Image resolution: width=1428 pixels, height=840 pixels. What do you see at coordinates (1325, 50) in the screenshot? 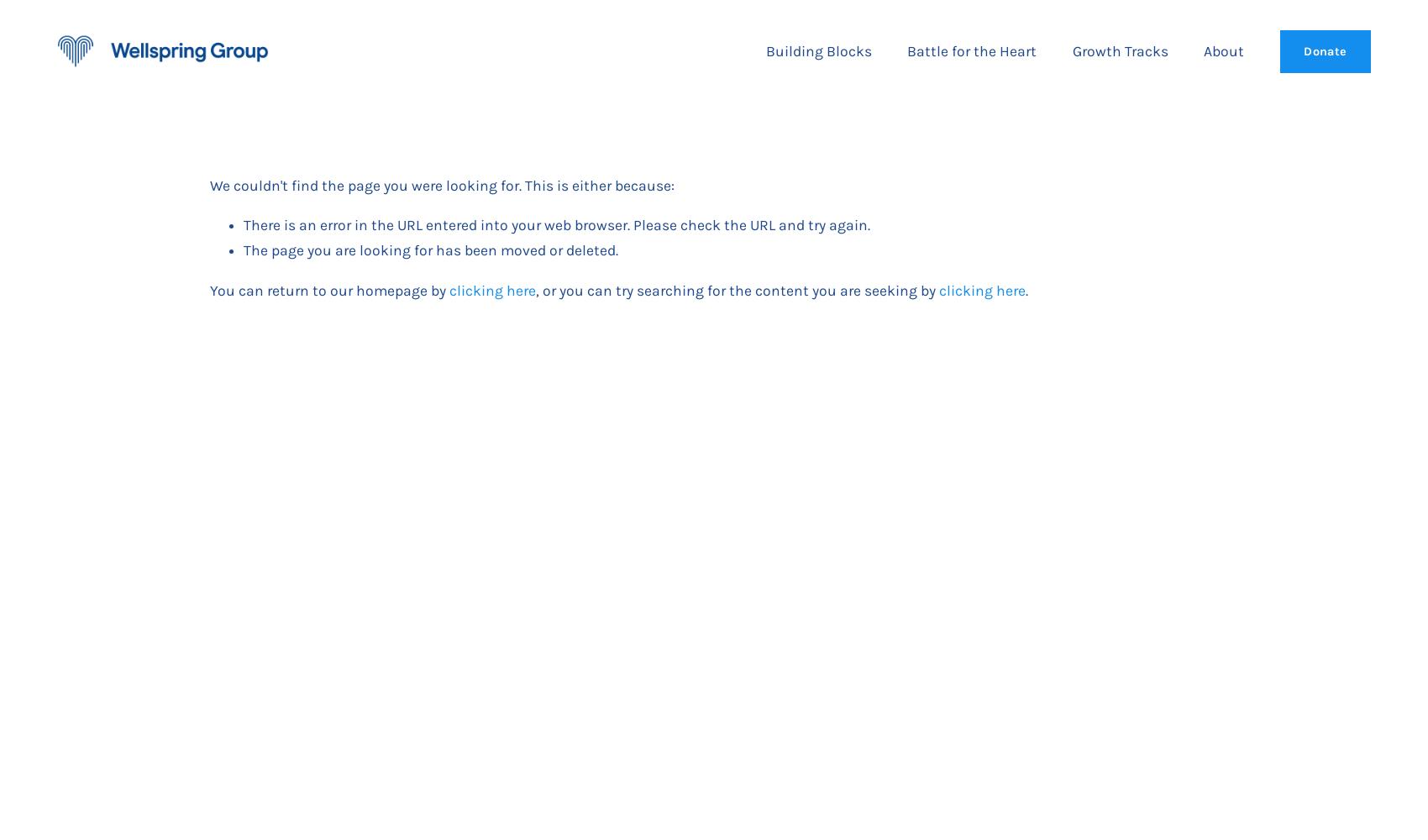
I see `'Donate'` at bounding box center [1325, 50].